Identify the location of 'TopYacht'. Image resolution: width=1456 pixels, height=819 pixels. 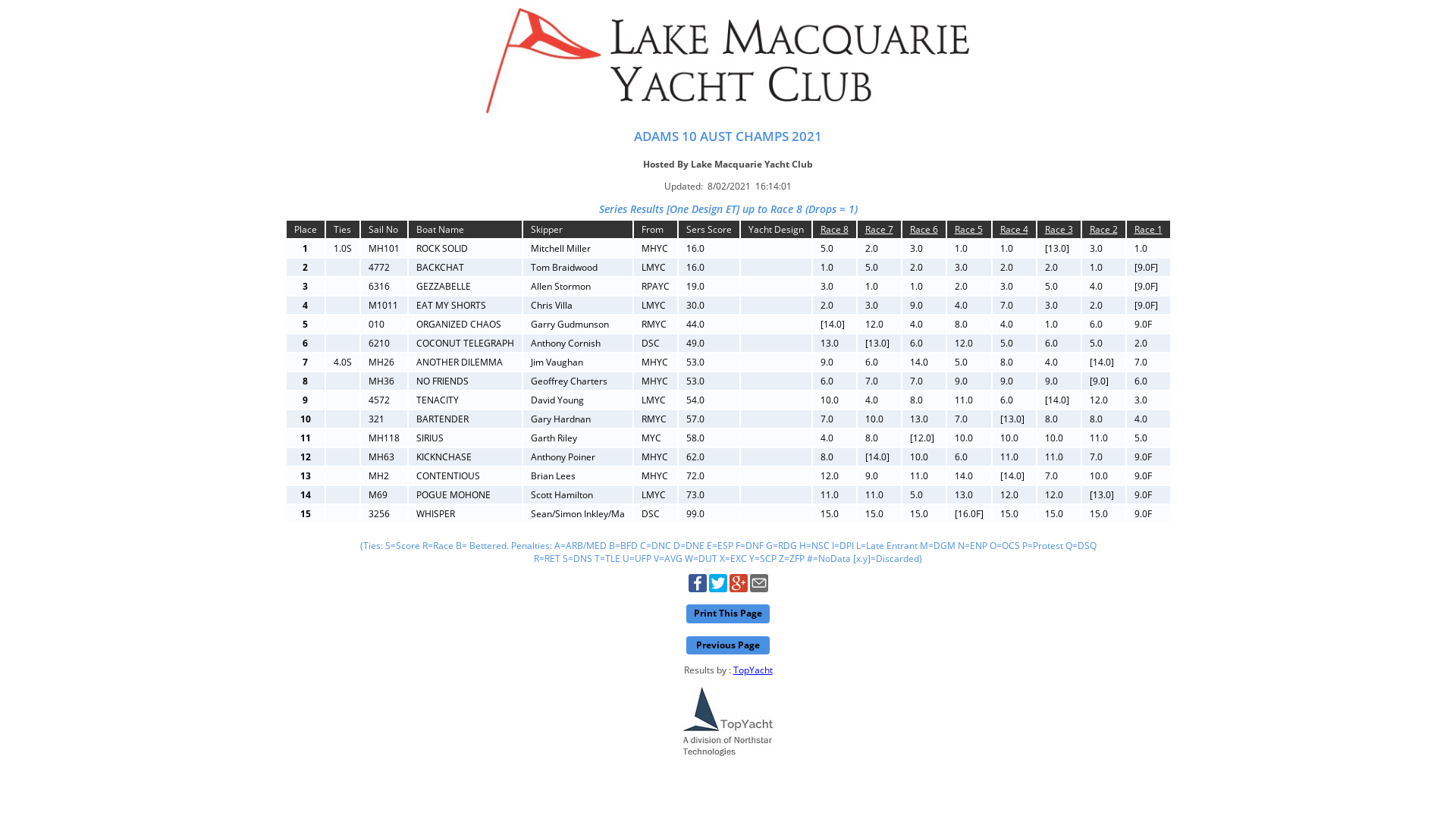
(752, 669).